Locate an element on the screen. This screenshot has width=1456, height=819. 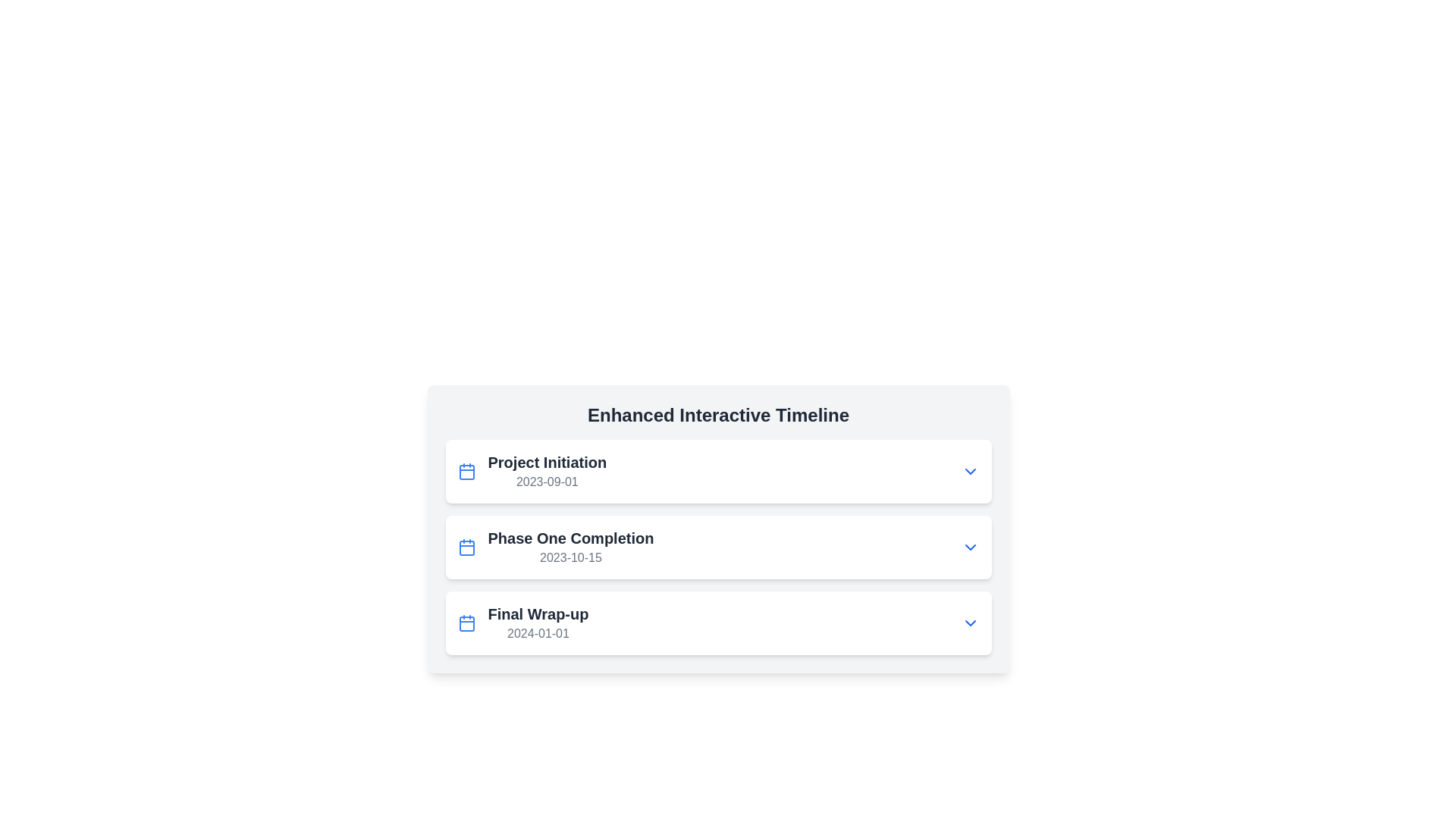
the 'Phase One Completion' informational card is located at coordinates (717, 529).